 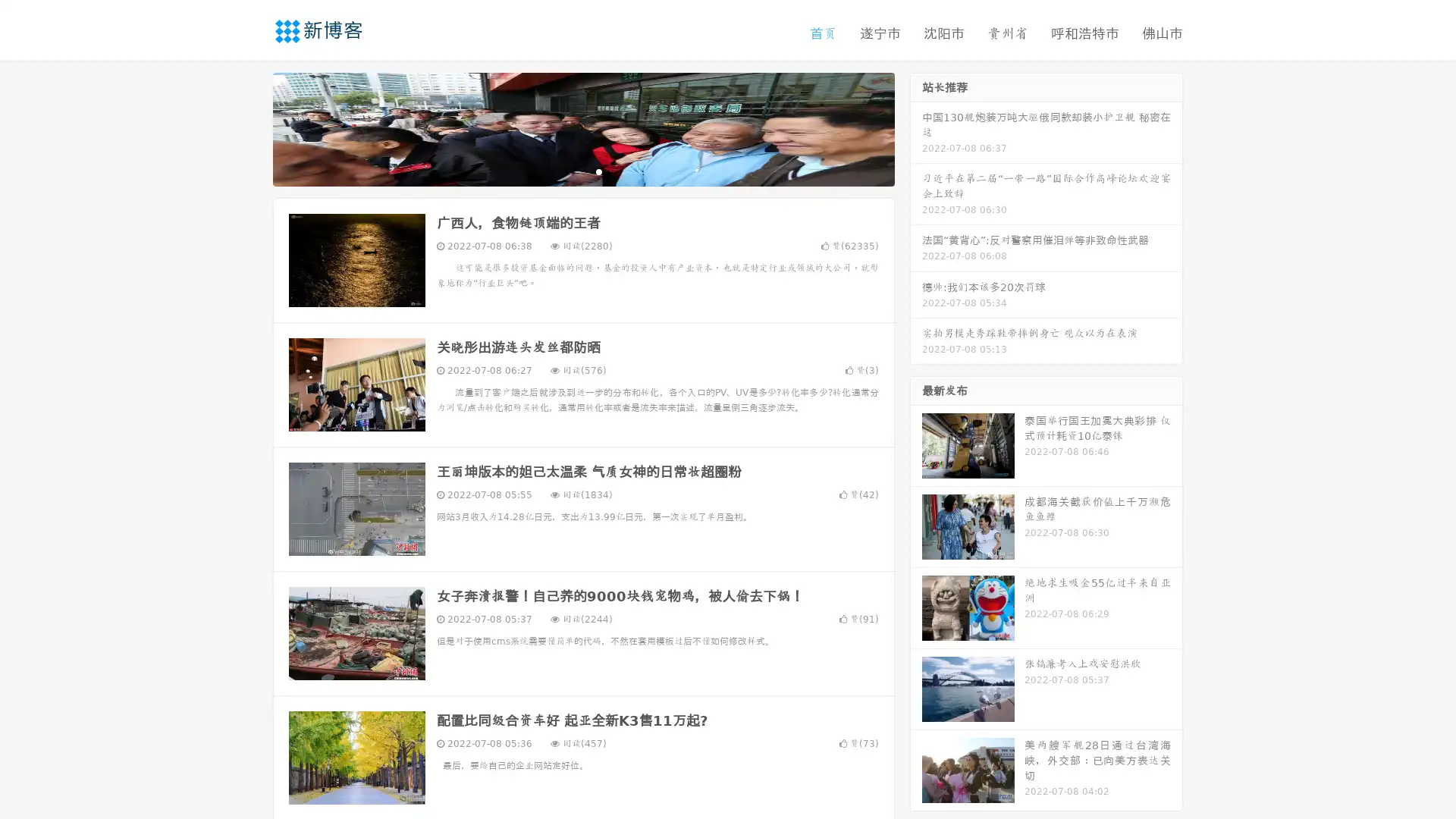 What do you see at coordinates (567, 171) in the screenshot?
I see `Go to slide 1` at bounding box center [567, 171].